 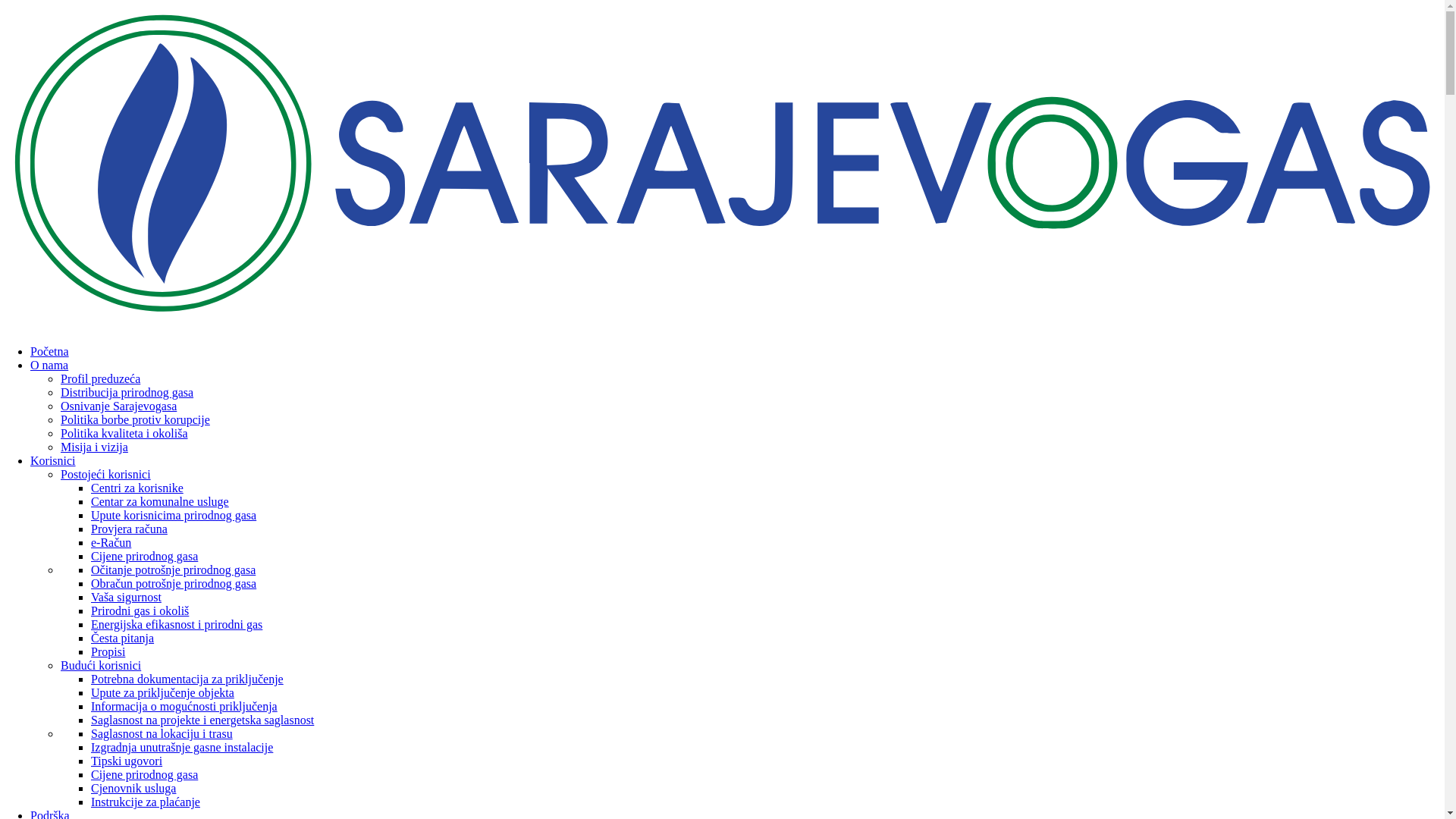 I want to click on 'Distribucija prirodnog gasa', so click(x=127, y=391).